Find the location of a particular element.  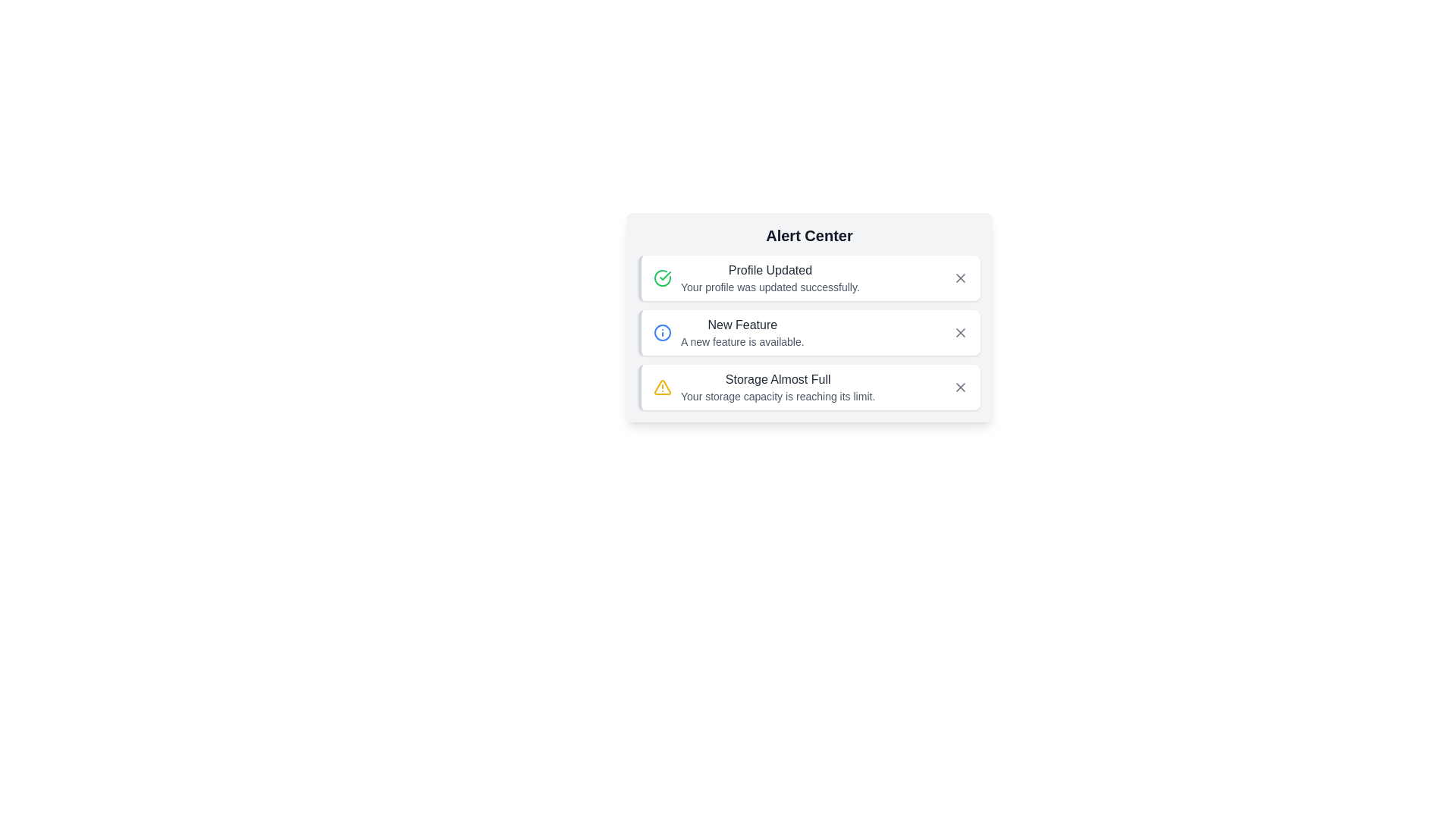

the small blue circular icon indicating an informational context, located to the left of the 'New Feature' text in the notification list under the 'Alert Center' is located at coordinates (662, 332).